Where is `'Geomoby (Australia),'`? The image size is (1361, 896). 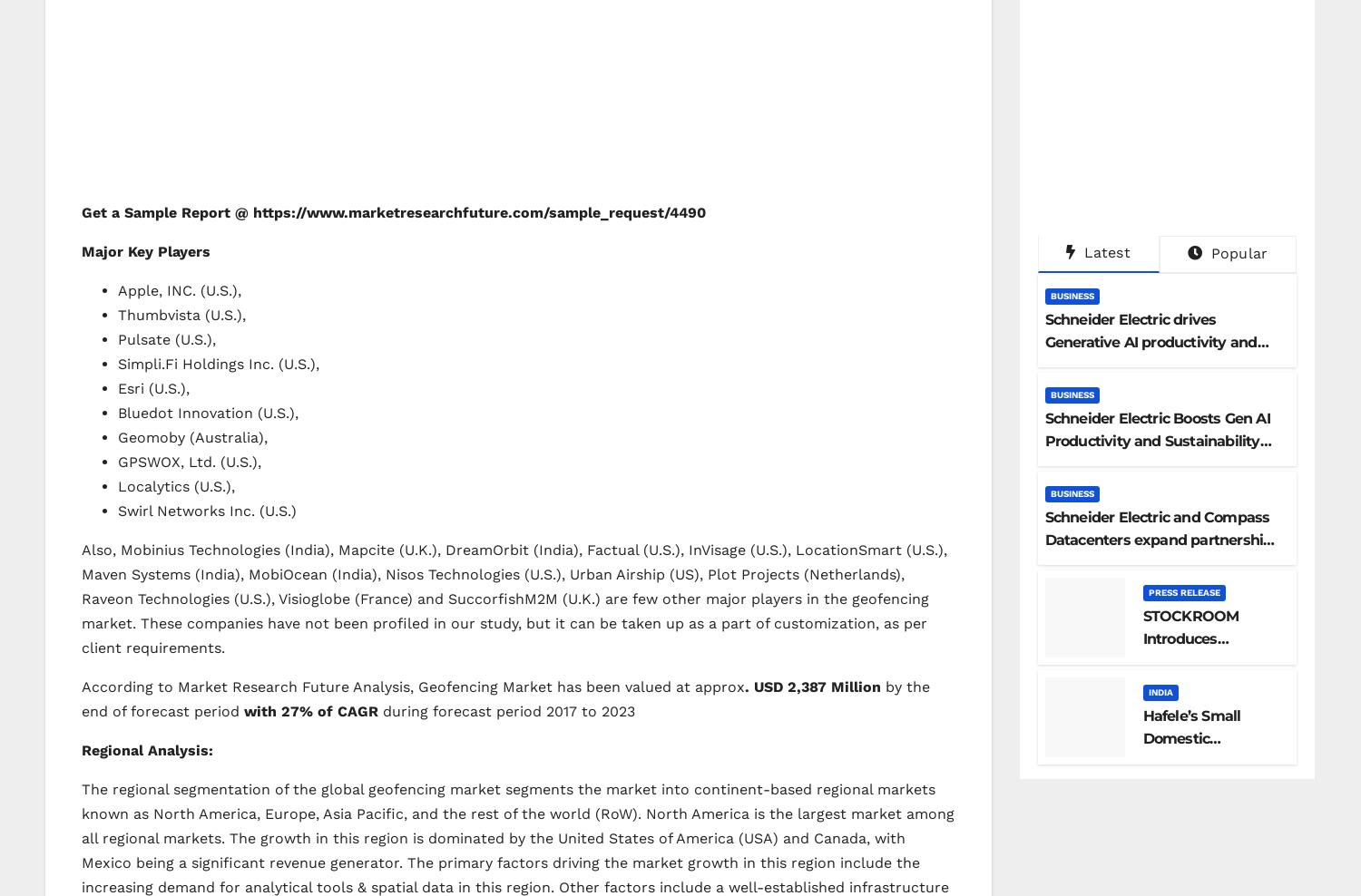 'Geomoby (Australia),' is located at coordinates (191, 436).